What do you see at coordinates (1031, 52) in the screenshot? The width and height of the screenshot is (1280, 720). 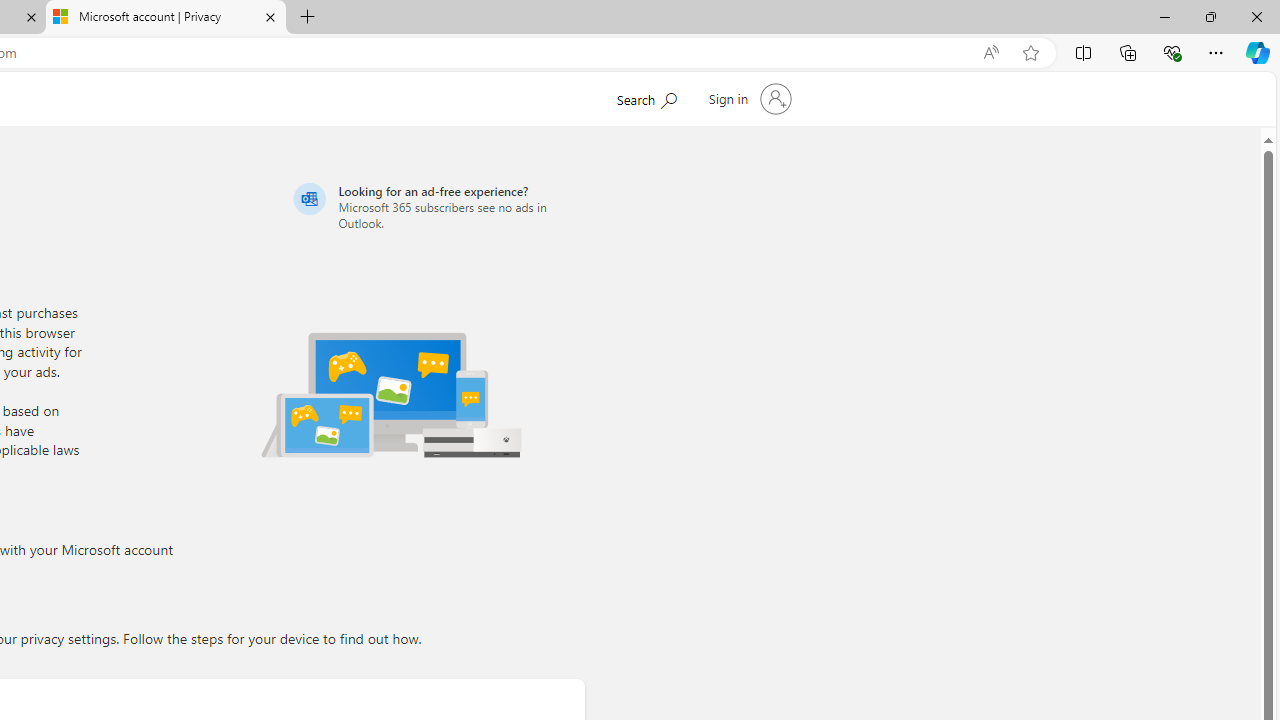 I see `'Add this page to favorites (Ctrl+D)'` at bounding box center [1031, 52].